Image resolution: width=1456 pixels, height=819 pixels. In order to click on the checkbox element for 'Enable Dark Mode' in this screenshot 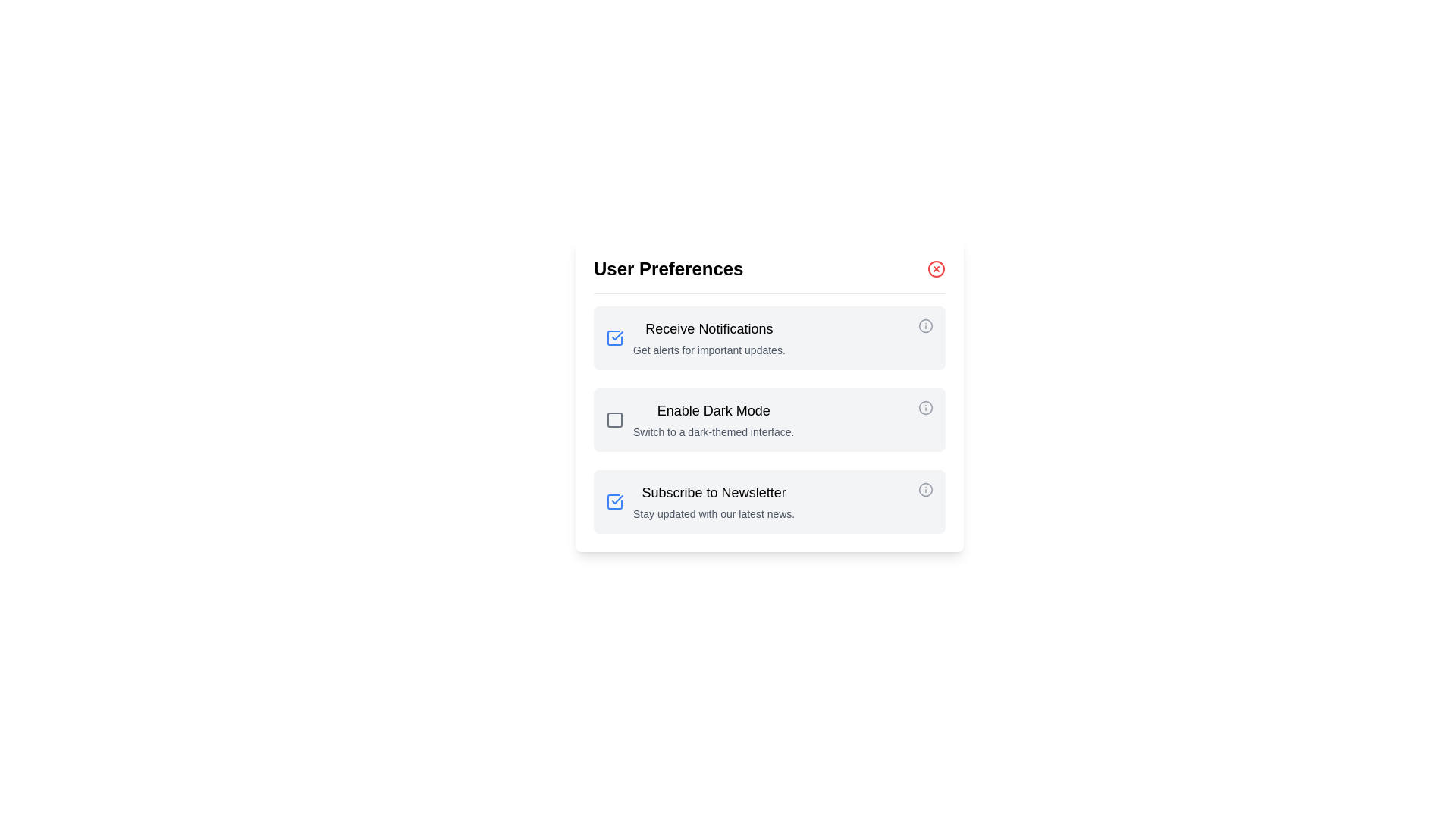, I will do `click(619, 420)`.